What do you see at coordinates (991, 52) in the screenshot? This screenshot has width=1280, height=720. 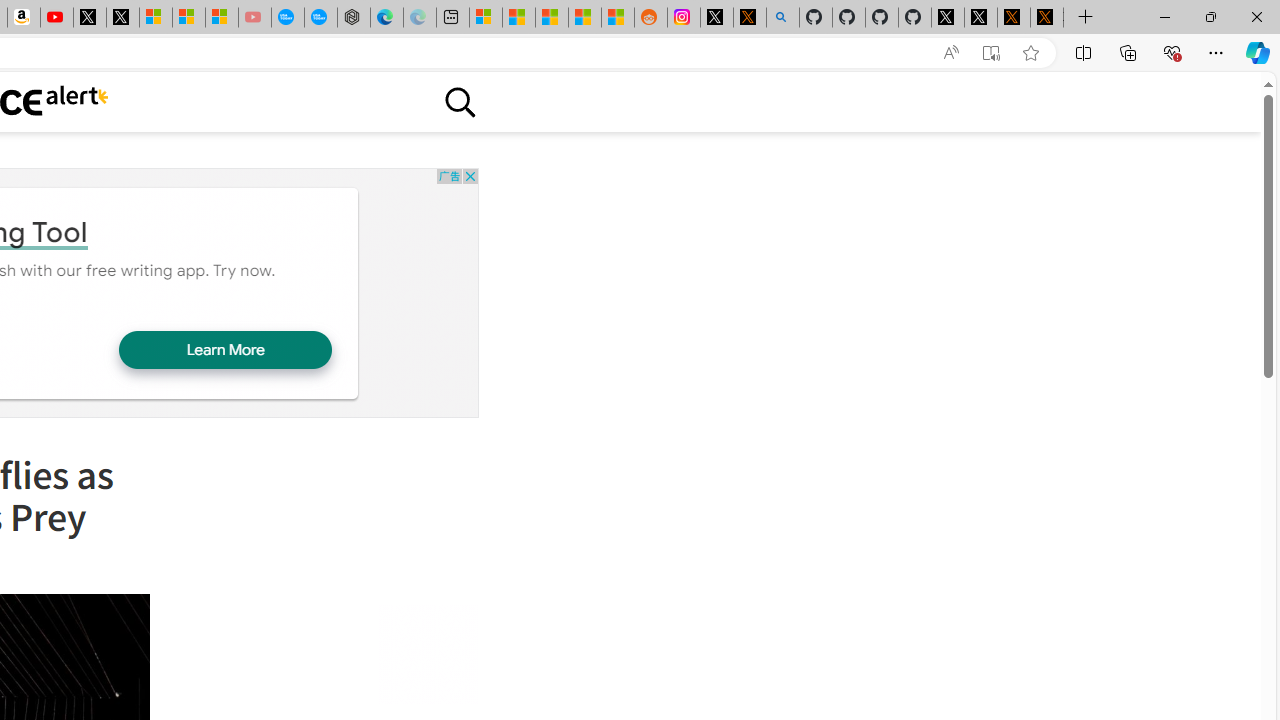 I see `'Enter Immersive Reader (F9)'` at bounding box center [991, 52].